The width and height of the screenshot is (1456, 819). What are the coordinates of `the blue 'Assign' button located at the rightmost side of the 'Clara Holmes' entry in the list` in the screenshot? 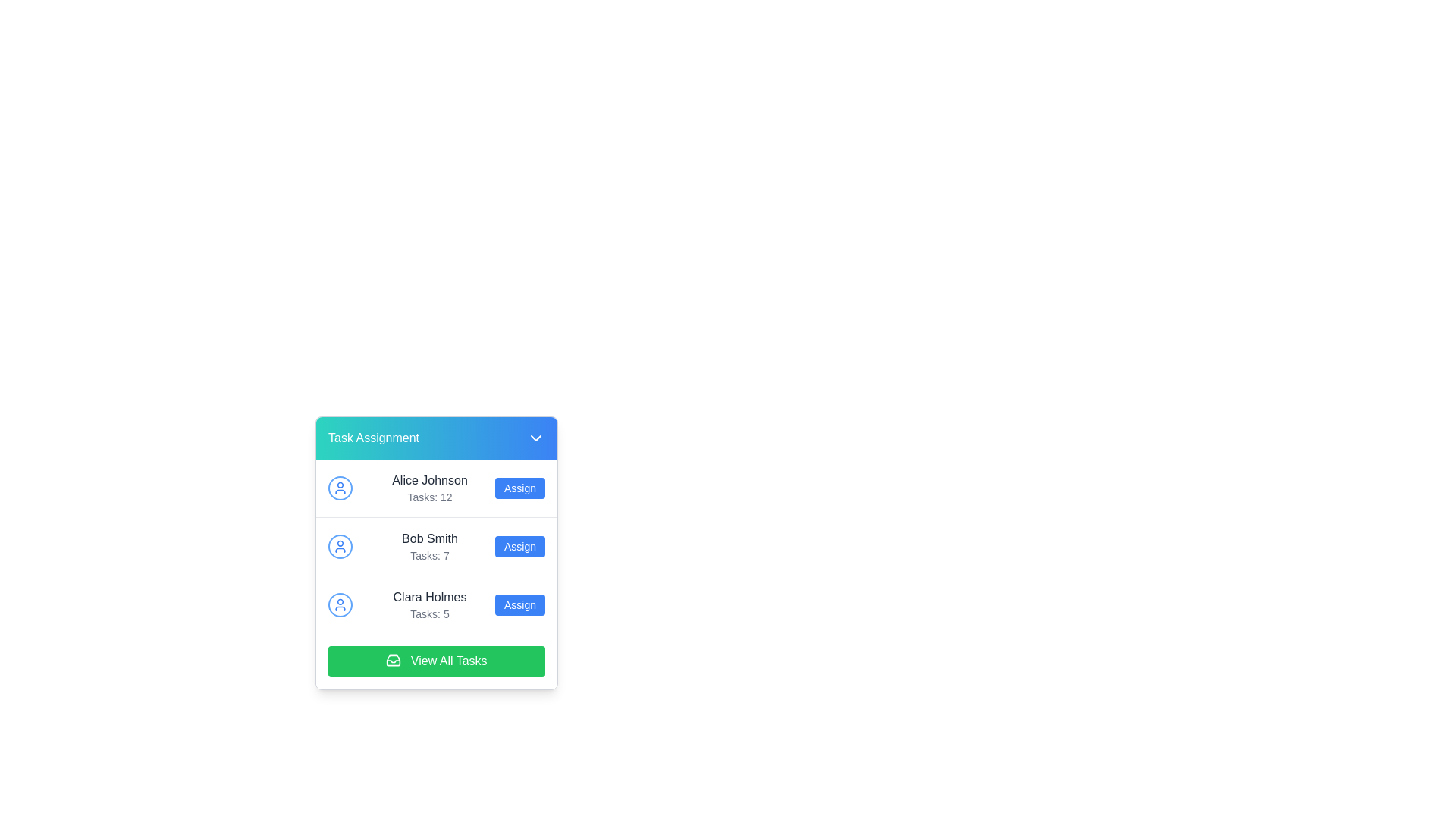 It's located at (520, 604).